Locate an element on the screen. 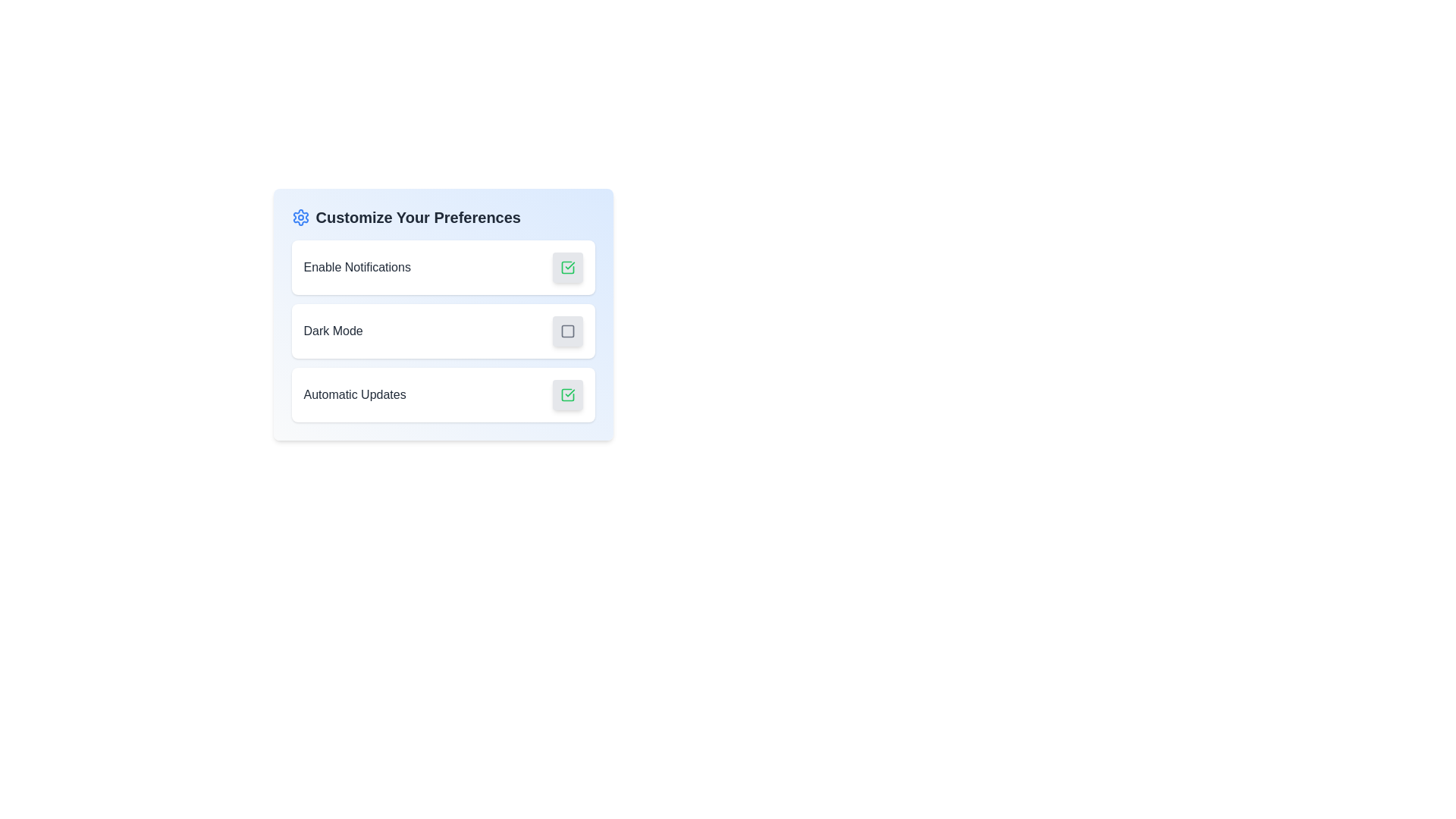 The height and width of the screenshot is (819, 1456). the checkbox located in the second row of the 'Customize Your Preferences' panel to the right of the 'Dark Mode' text label is located at coordinates (566, 330).